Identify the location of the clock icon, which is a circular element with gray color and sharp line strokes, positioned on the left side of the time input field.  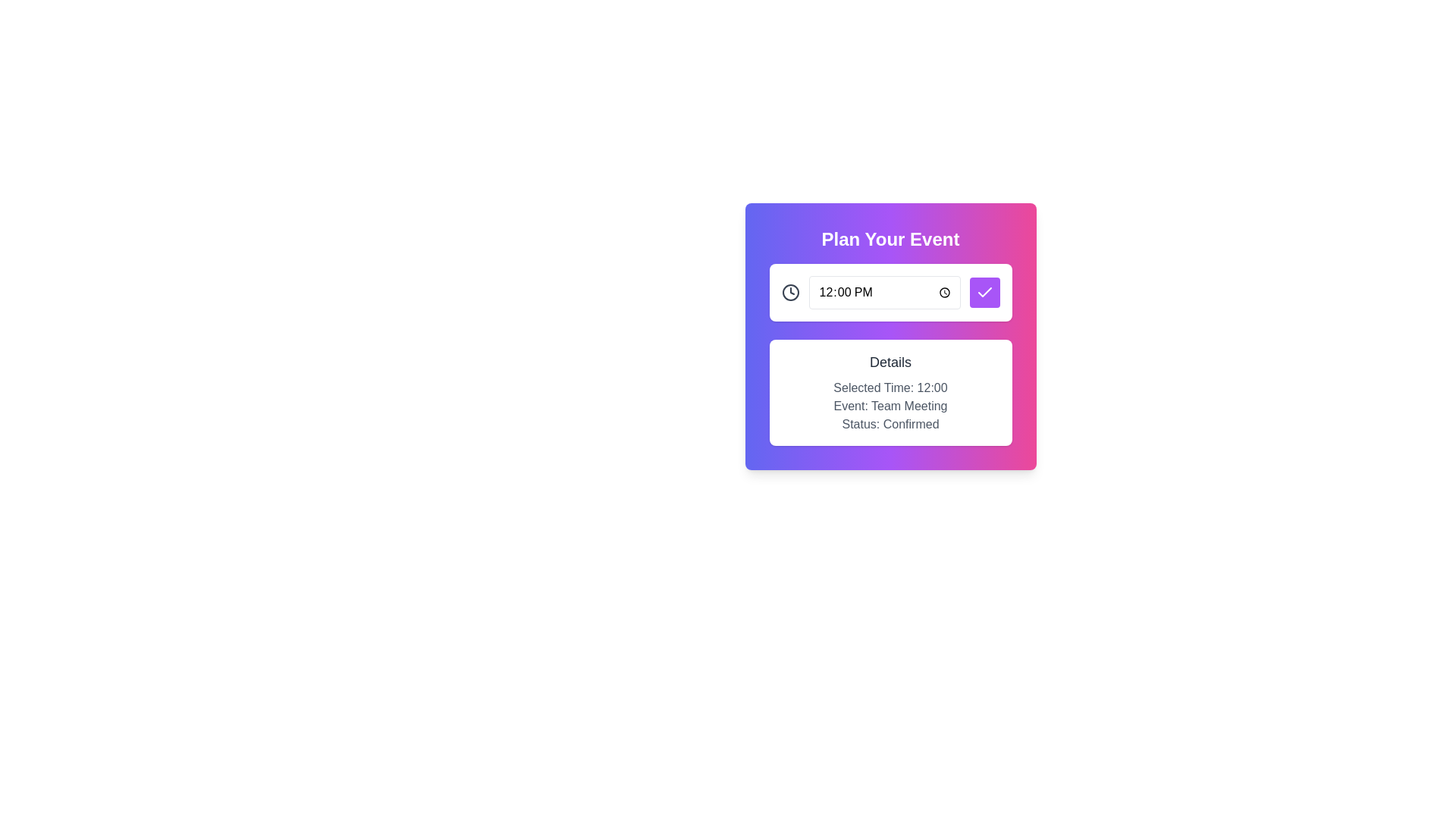
(789, 292).